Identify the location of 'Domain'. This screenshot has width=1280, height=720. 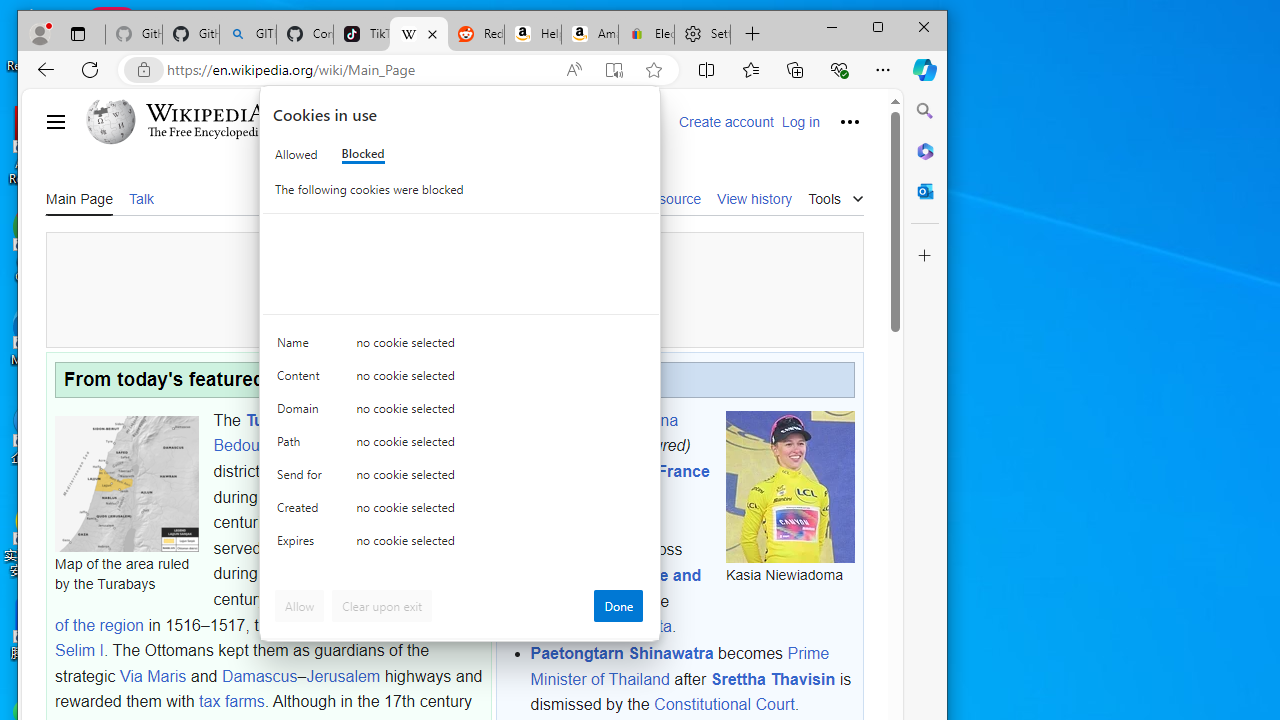
(301, 412).